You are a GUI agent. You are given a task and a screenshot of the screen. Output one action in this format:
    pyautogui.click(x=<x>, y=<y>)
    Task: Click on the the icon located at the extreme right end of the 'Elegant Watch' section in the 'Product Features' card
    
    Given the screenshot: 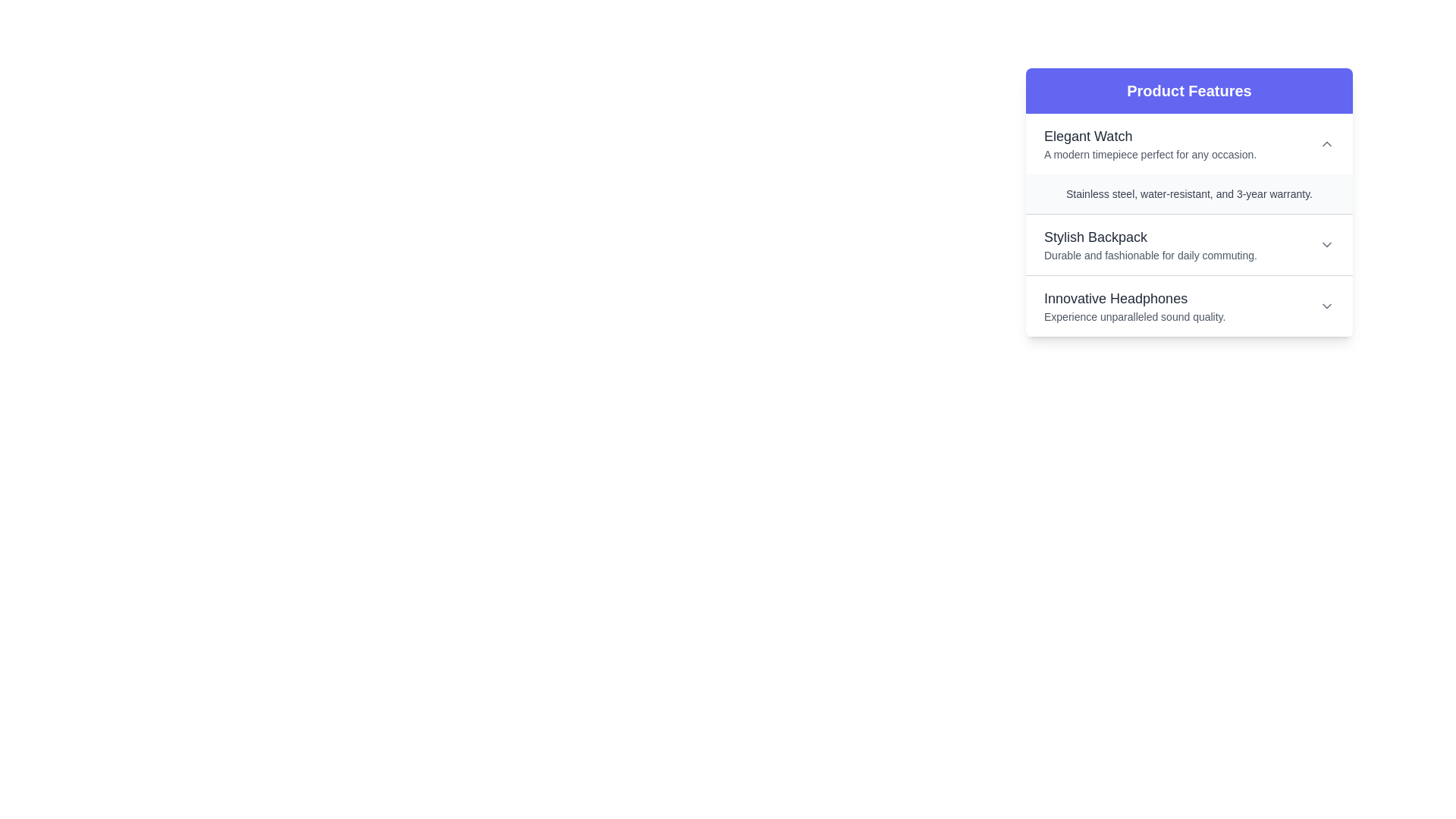 What is the action you would take?
    pyautogui.click(x=1326, y=143)
    